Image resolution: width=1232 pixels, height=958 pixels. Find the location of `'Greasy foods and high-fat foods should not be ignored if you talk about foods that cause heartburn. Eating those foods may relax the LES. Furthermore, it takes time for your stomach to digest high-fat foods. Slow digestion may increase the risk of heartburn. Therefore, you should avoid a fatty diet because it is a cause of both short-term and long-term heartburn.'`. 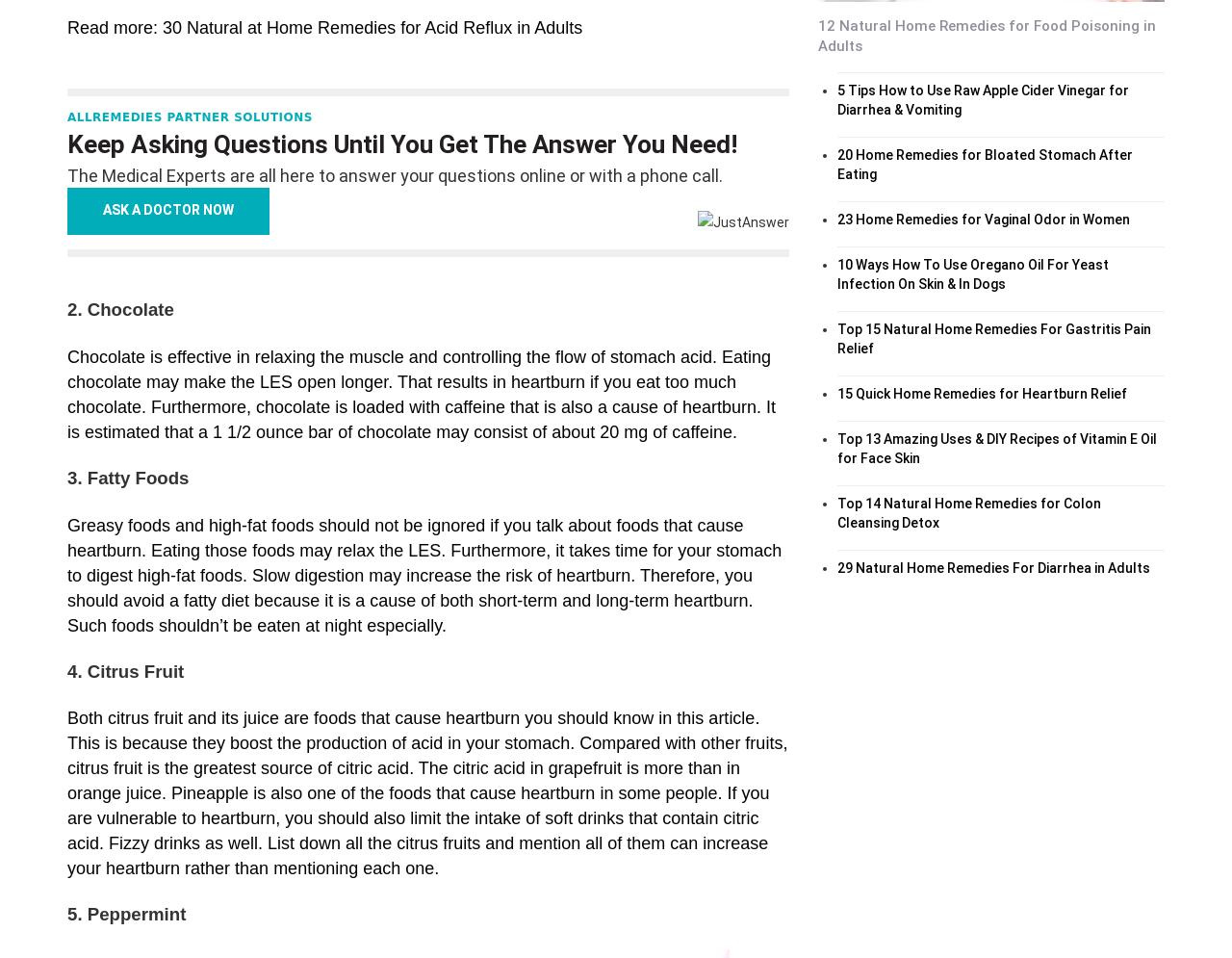

'Greasy foods and high-fat foods should not be ignored if you talk about foods that cause heartburn. Eating those foods may relax the LES. Furthermore, it takes time for your stomach to digest high-fat foods. Slow digestion may increase the risk of heartburn. Therefore, you should avoid a fatty diet because it is a cause of both short-term and long-term heartburn.' is located at coordinates (423, 560).